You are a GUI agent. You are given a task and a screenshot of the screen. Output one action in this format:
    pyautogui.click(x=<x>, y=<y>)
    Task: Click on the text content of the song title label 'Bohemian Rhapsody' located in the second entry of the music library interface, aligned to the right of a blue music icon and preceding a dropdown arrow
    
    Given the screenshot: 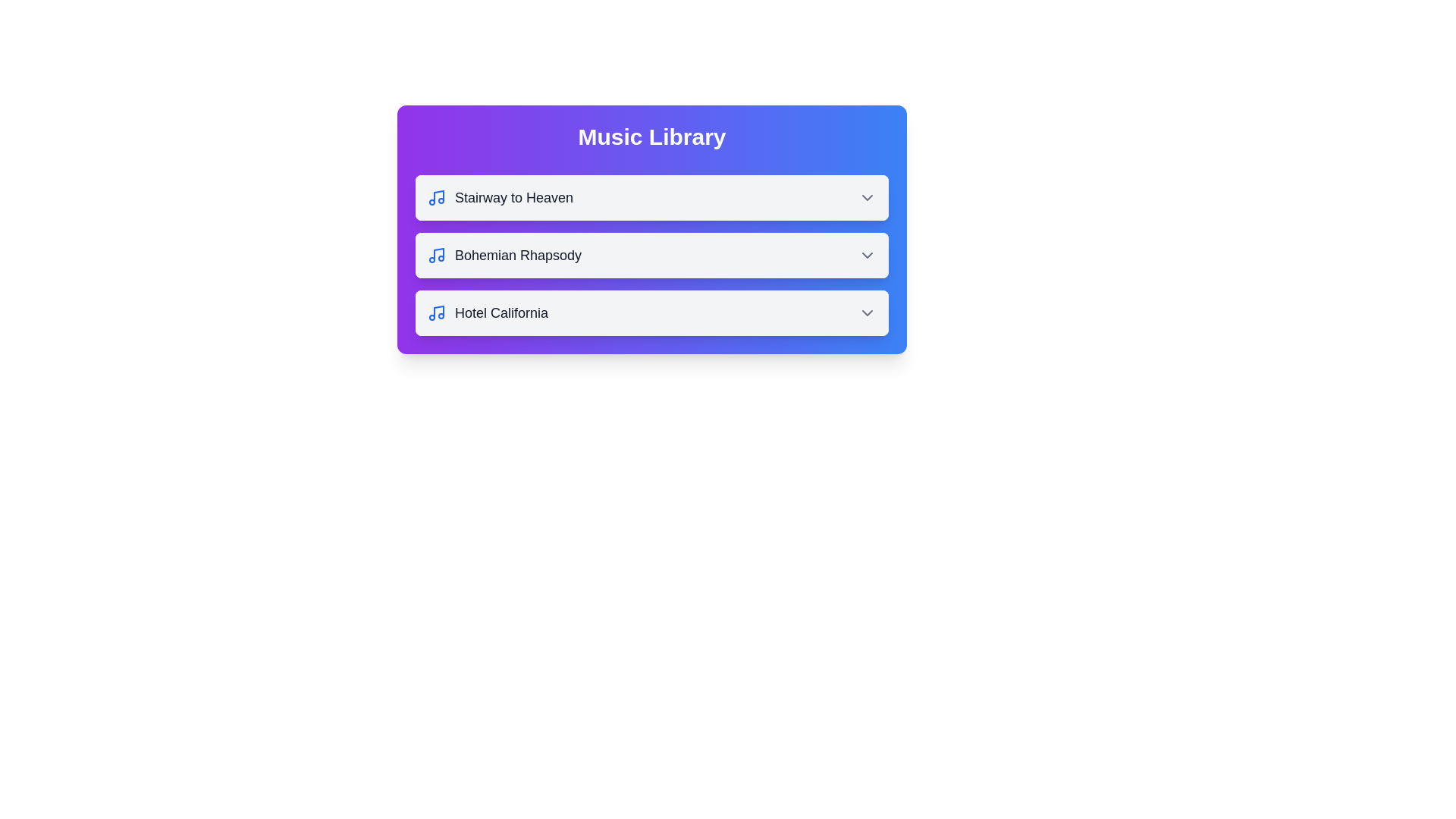 What is the action you would take?
    pyautogui.click(x=518, y=254)
    